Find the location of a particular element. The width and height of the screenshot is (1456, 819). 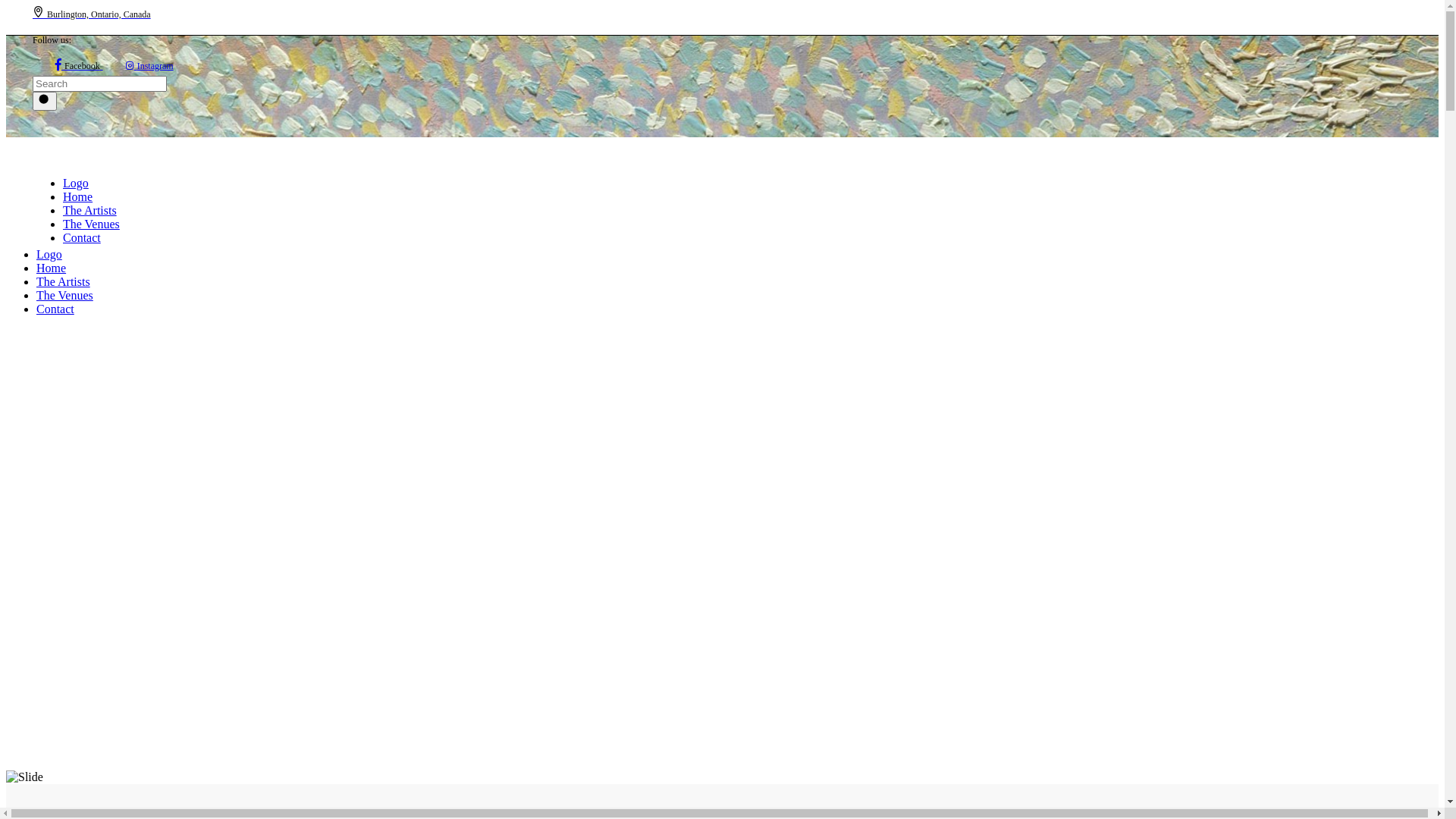

'The Artists' is located at coordinates (62, 281).